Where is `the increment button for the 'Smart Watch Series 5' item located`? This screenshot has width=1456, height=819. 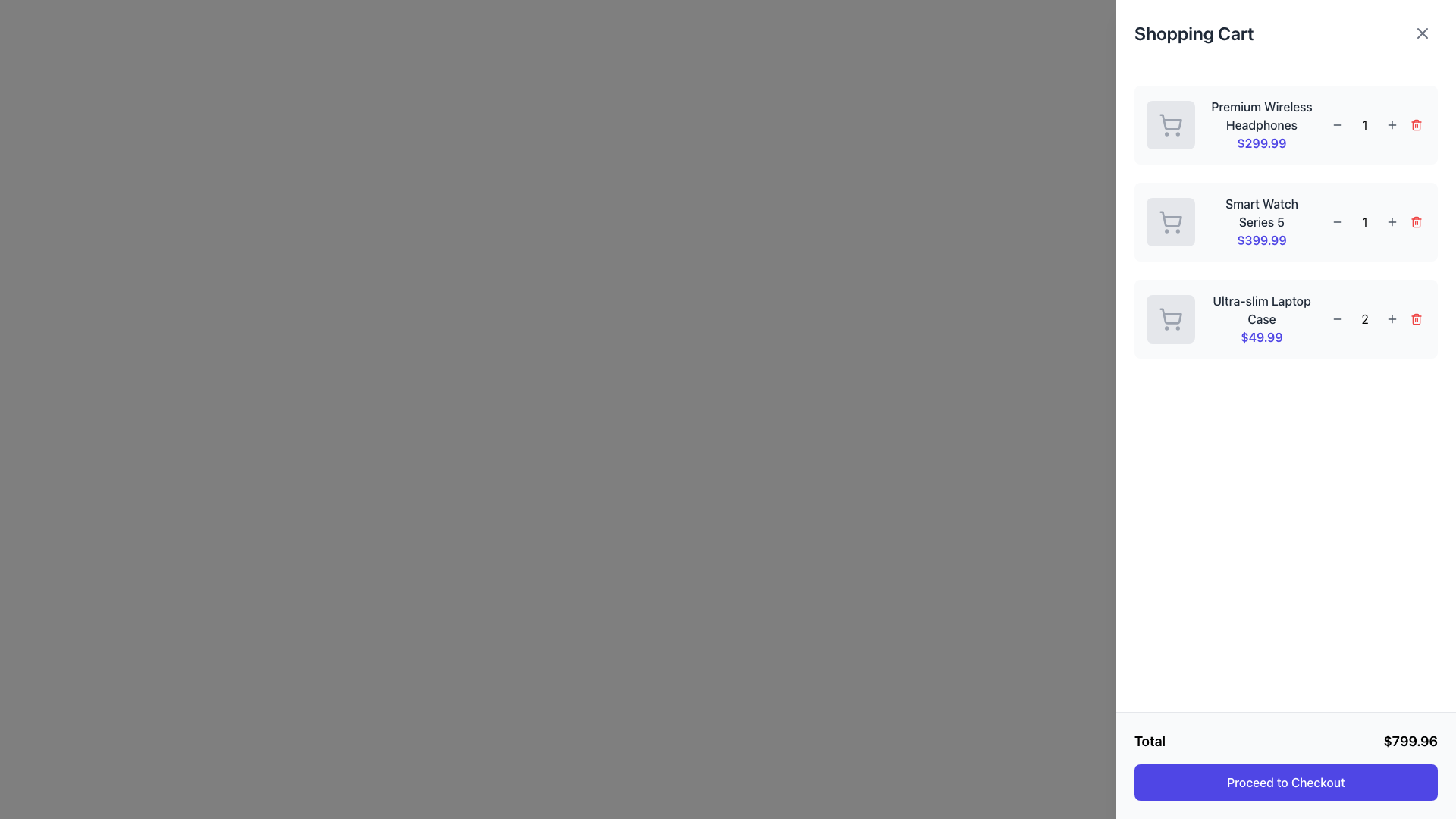 the increment button for the 'Smart Watch Series 5' item located is located at coordinates (1392, 222).